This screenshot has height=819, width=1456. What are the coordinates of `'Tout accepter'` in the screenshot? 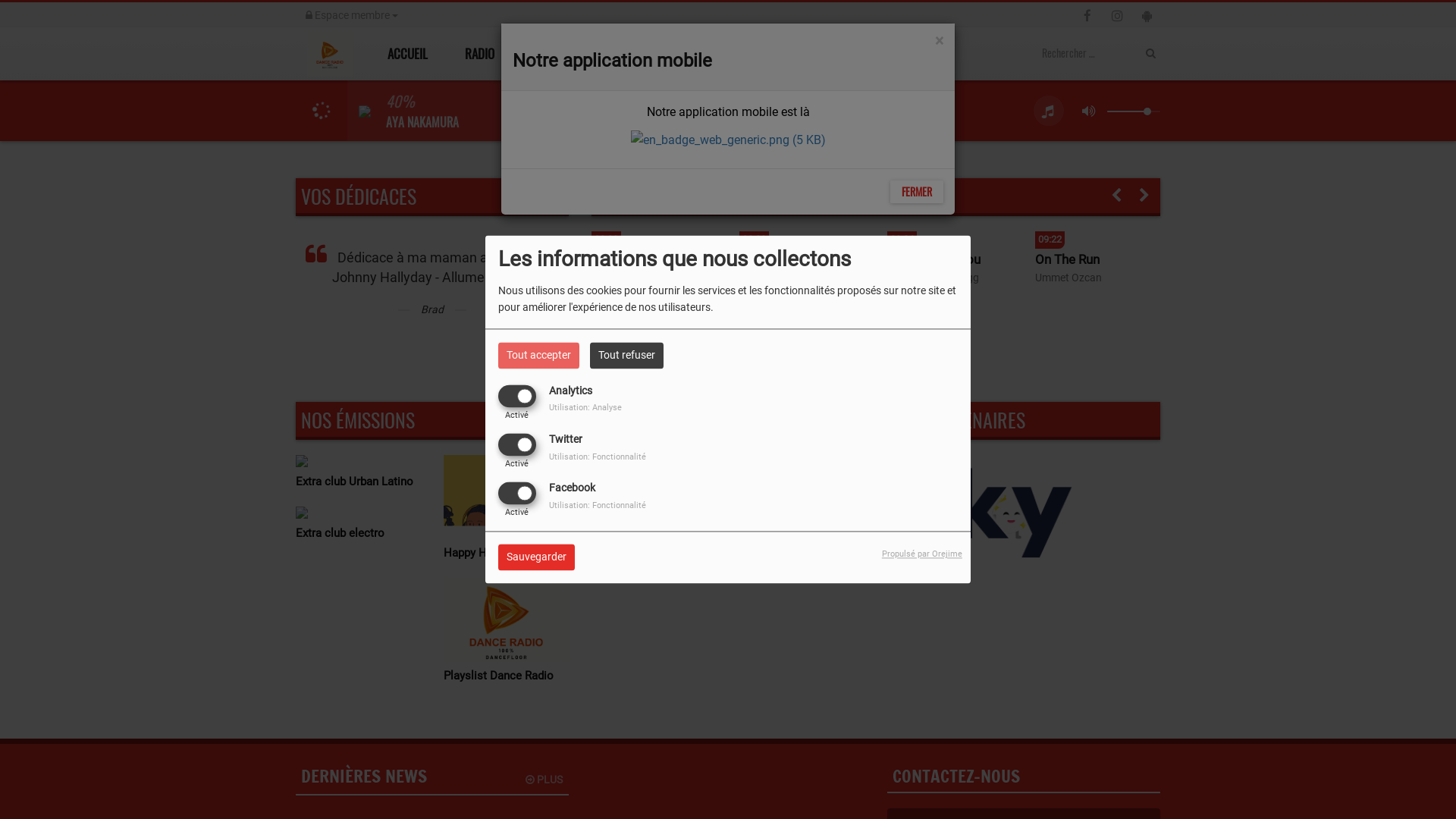 It's located at (538, 355).